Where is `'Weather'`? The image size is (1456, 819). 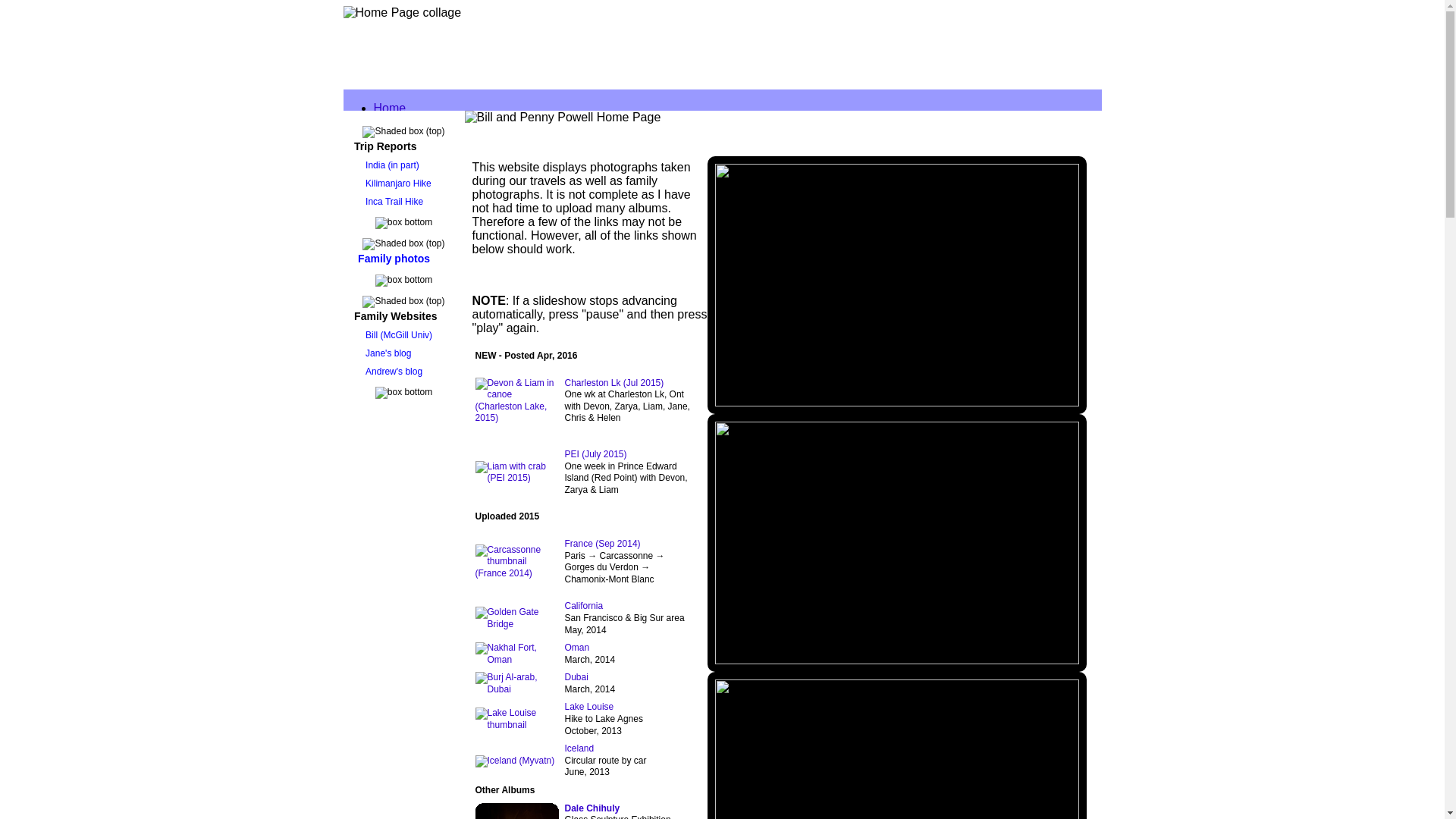 'Weather' is located at coordinates (425, 448).